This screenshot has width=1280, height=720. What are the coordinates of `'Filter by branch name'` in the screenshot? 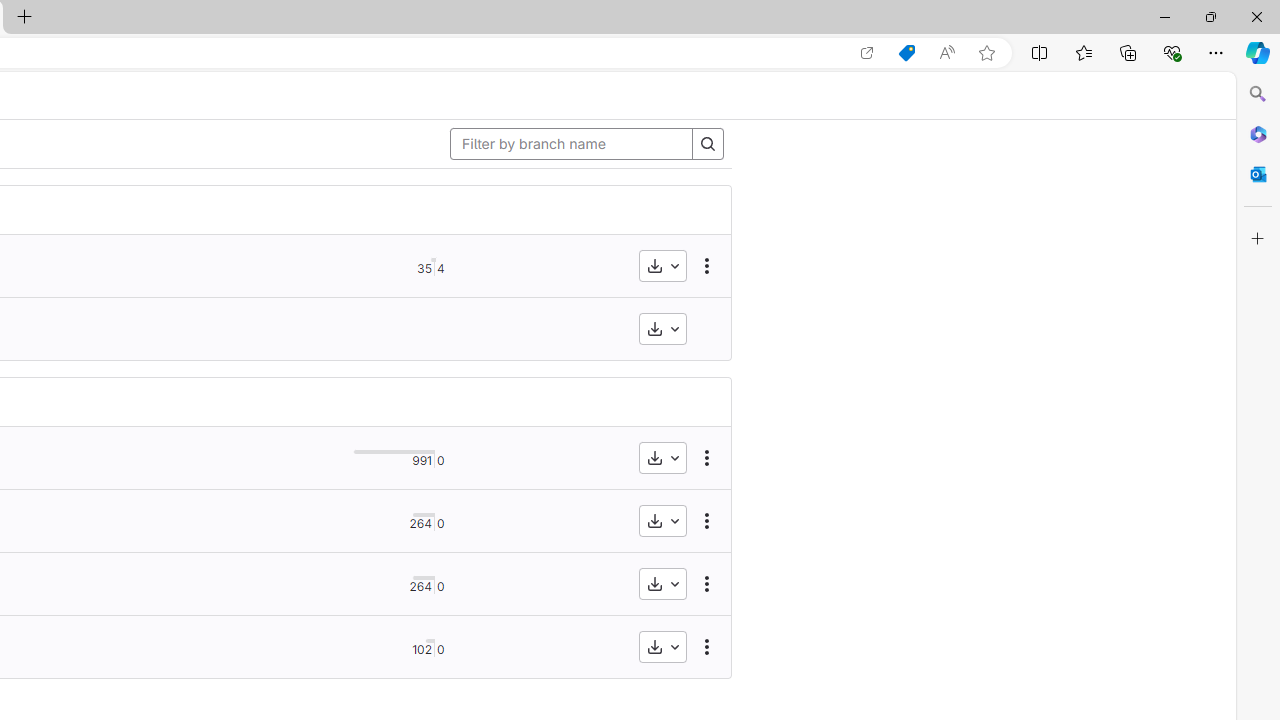 It's located at (570, 143).